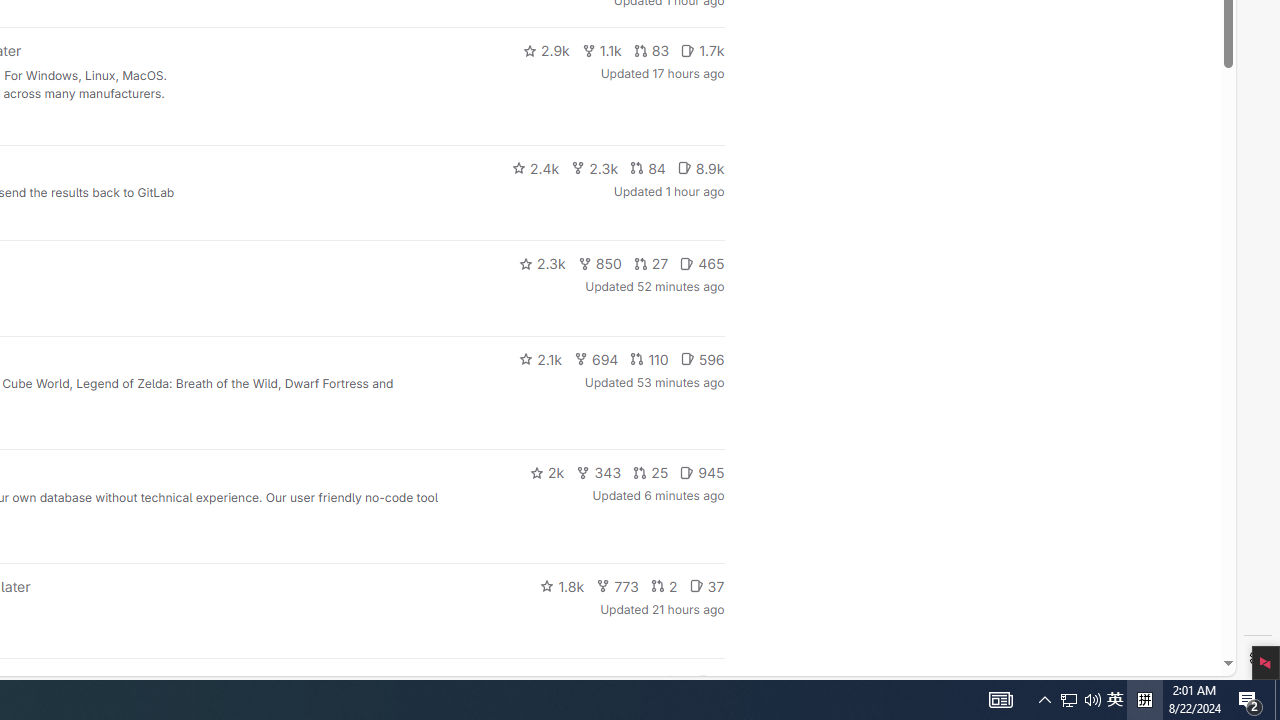 Image resolution: width=1280 pixels, height=720 pixels. Describe the element at coordinates (702, 50) in the screenshot. I see `'1.7k'` at that location.